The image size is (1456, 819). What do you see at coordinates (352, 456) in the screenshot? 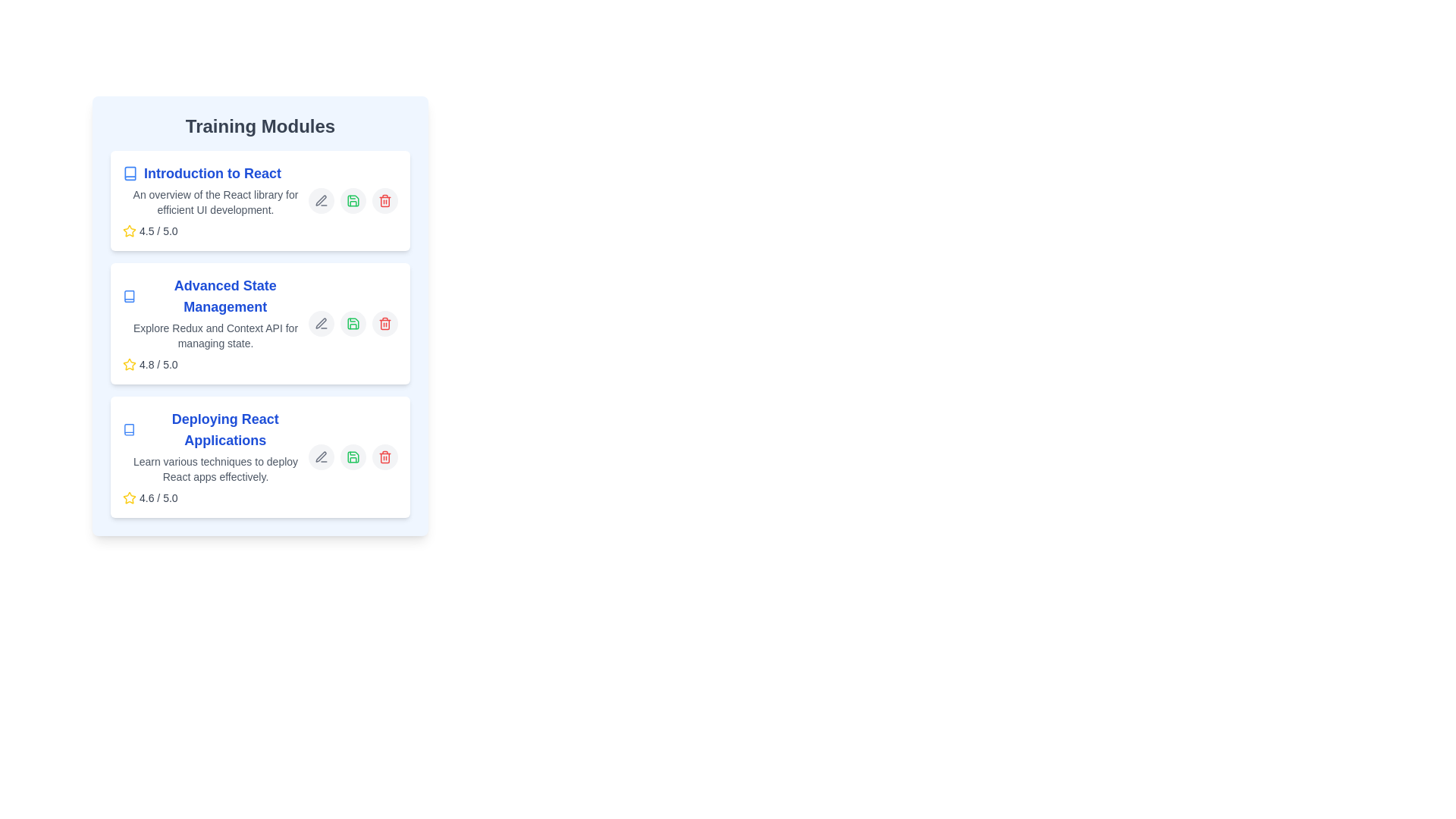
I see `the green save icon button located in the third row of the list layout, positioned to the right of the row's primary text` at bounding box center [352, 456].